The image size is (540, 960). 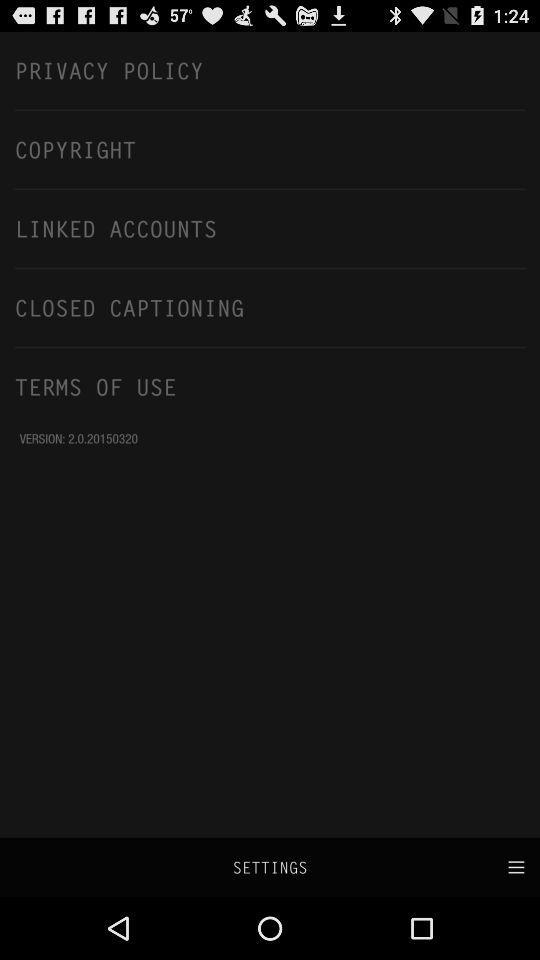 What do you see at coordinates (270, 385) in the screenshot?
I see `the terms of use item` at bounding box center [270, 385].